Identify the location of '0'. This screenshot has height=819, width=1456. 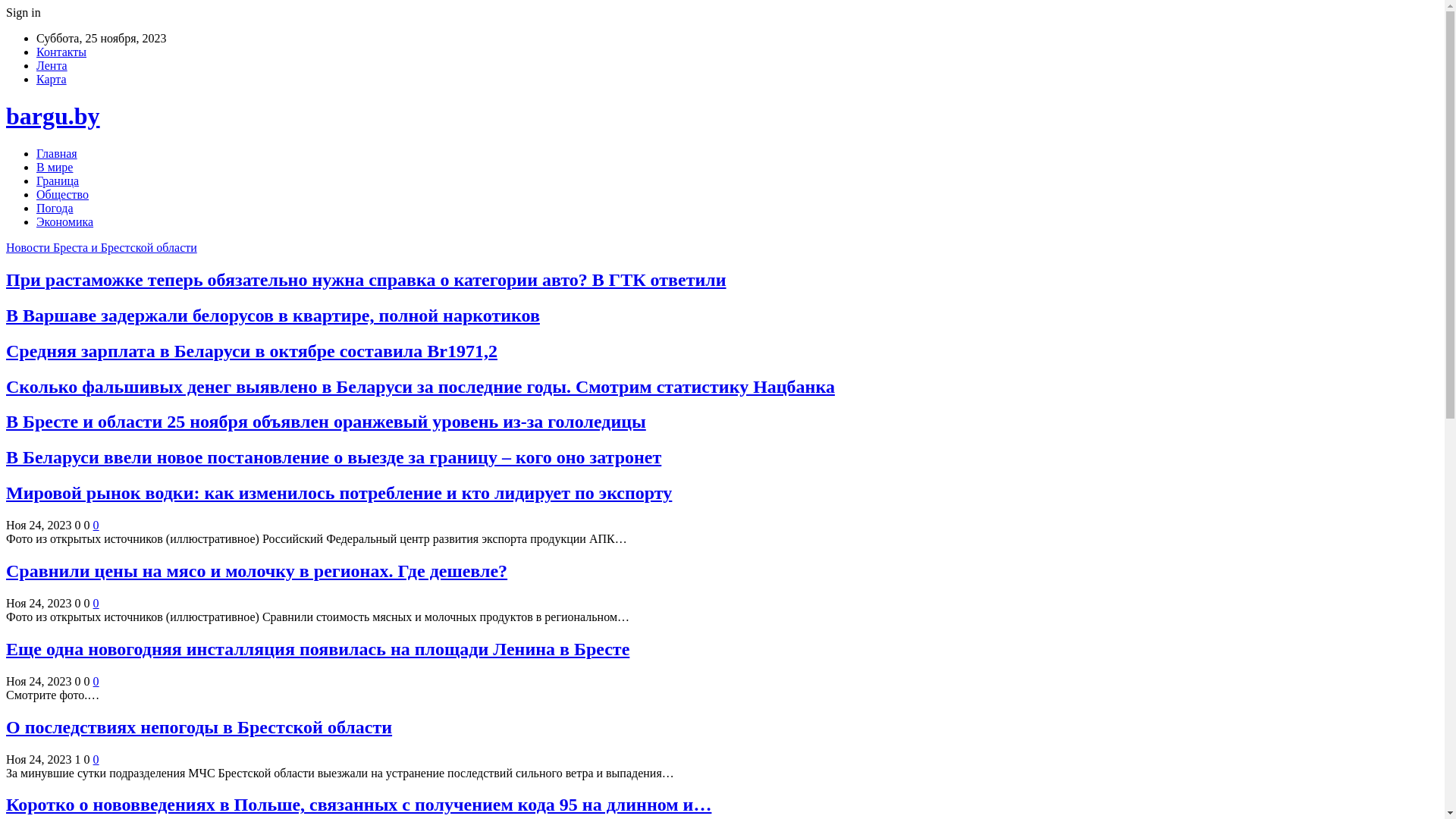
(95, 602).